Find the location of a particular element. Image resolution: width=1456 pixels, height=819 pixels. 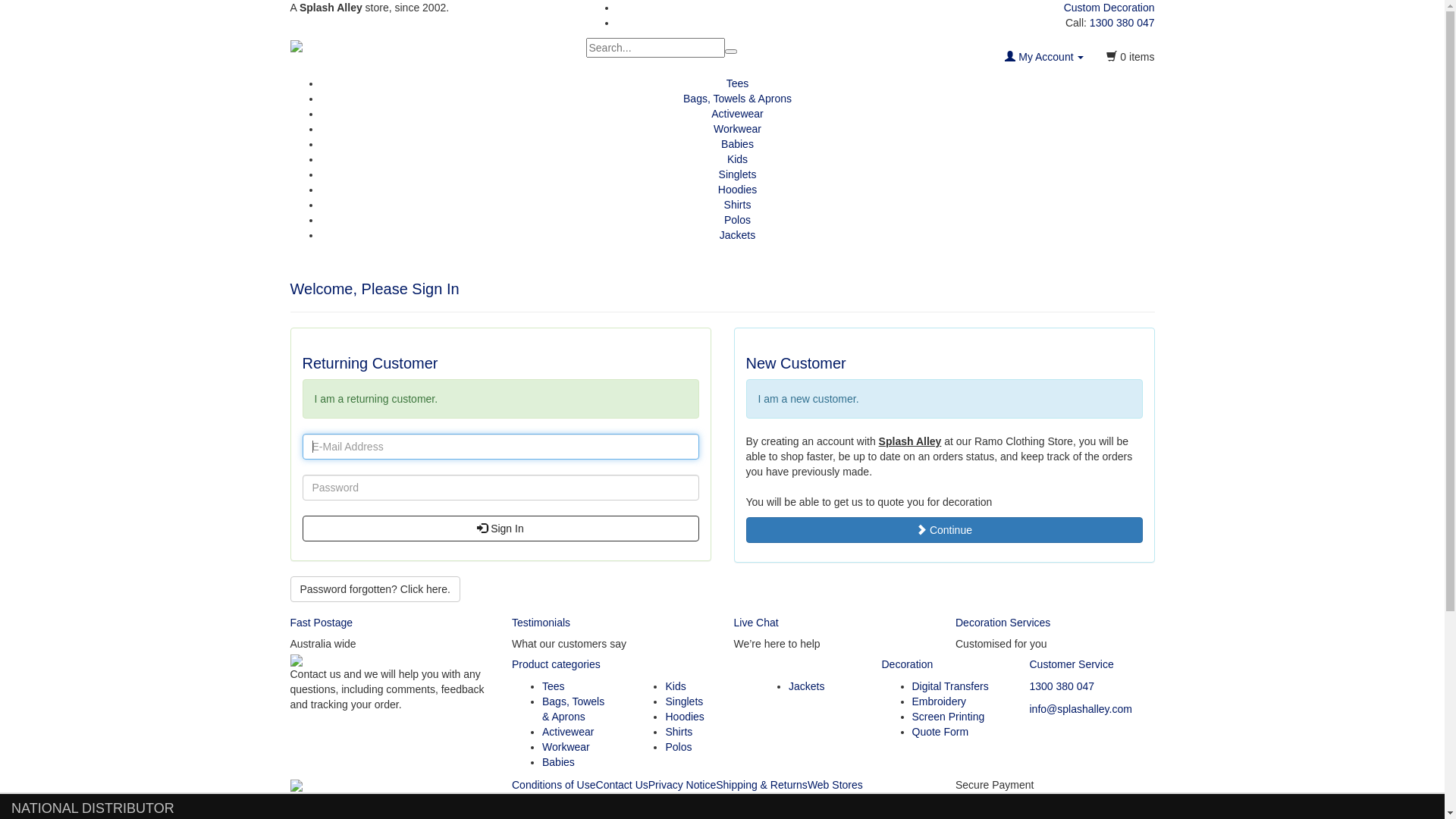

'Quote Form' is located at coordinates (939, 730).